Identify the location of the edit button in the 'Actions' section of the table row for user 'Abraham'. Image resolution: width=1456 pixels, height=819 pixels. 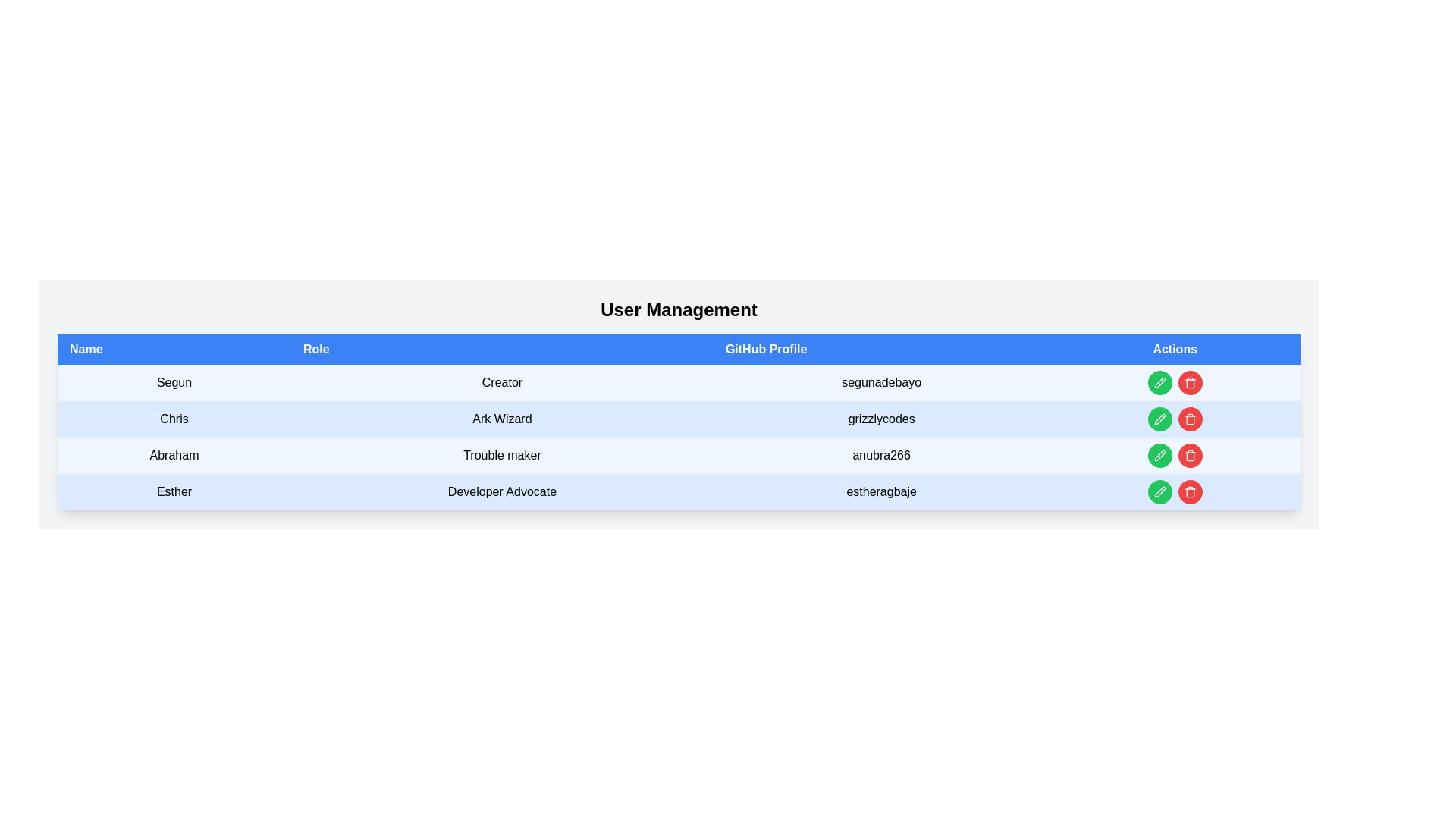
(1159, 455).